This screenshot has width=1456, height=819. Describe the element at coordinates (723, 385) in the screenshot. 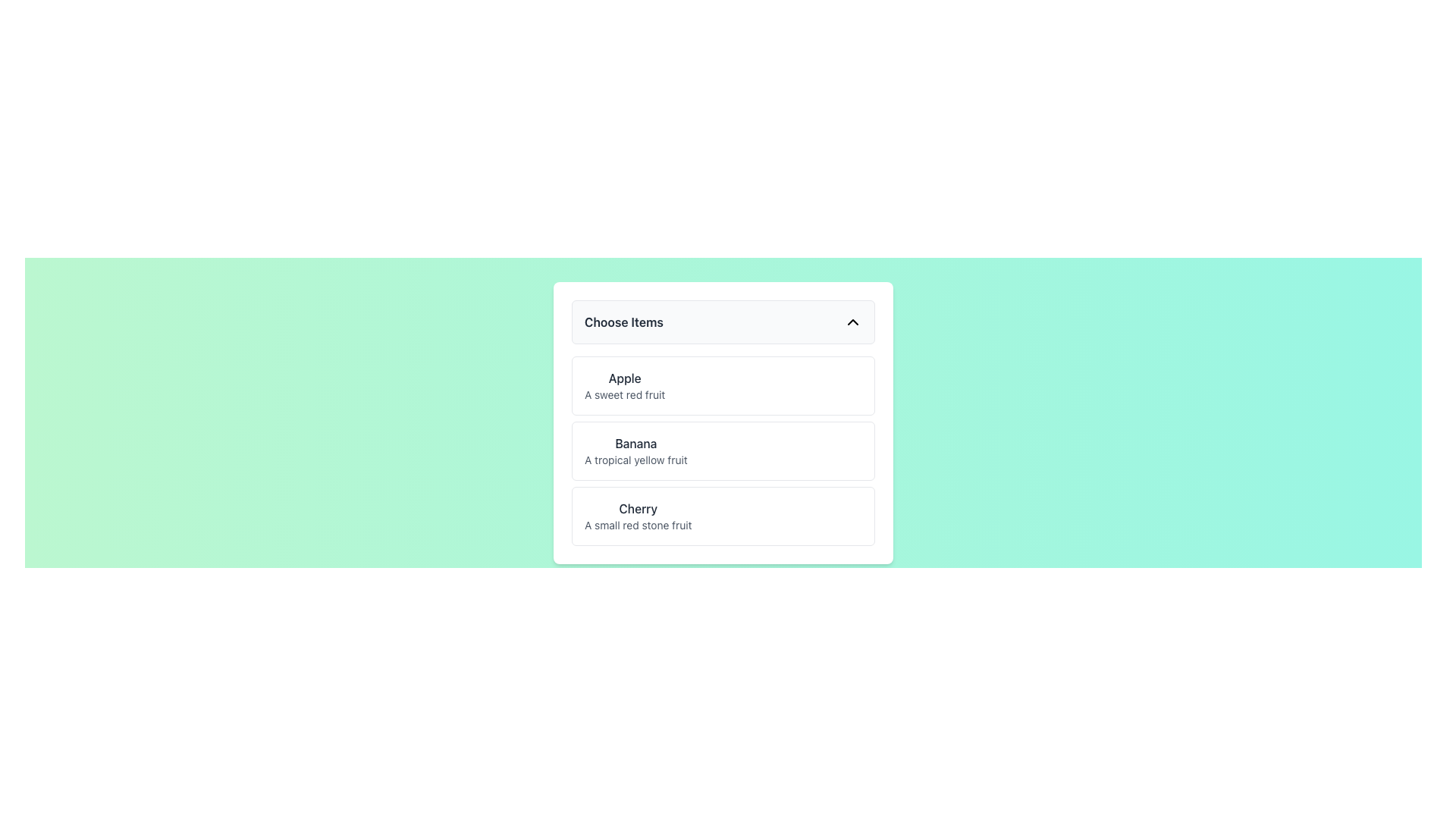

I see `the first list item below the title 'Choose Items'` at that location.